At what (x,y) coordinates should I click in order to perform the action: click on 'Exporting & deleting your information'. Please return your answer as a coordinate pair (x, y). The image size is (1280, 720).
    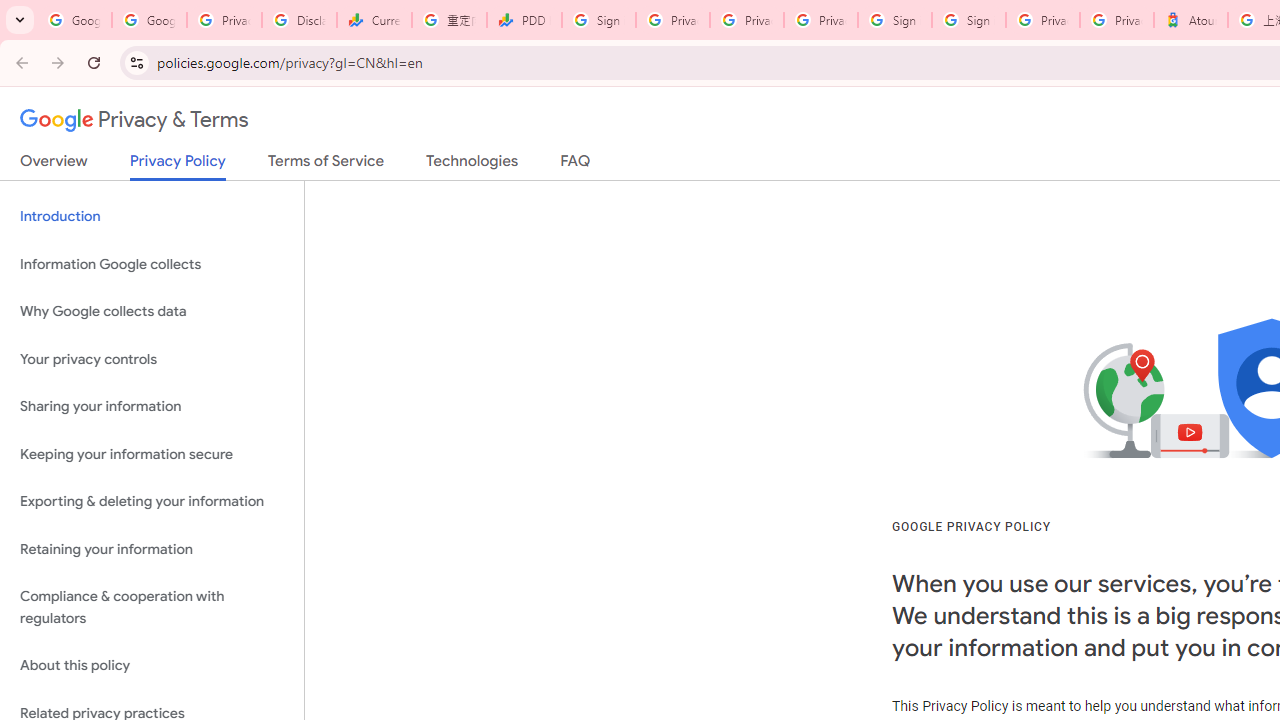
    Looking at the image, I should click on (151, 501).